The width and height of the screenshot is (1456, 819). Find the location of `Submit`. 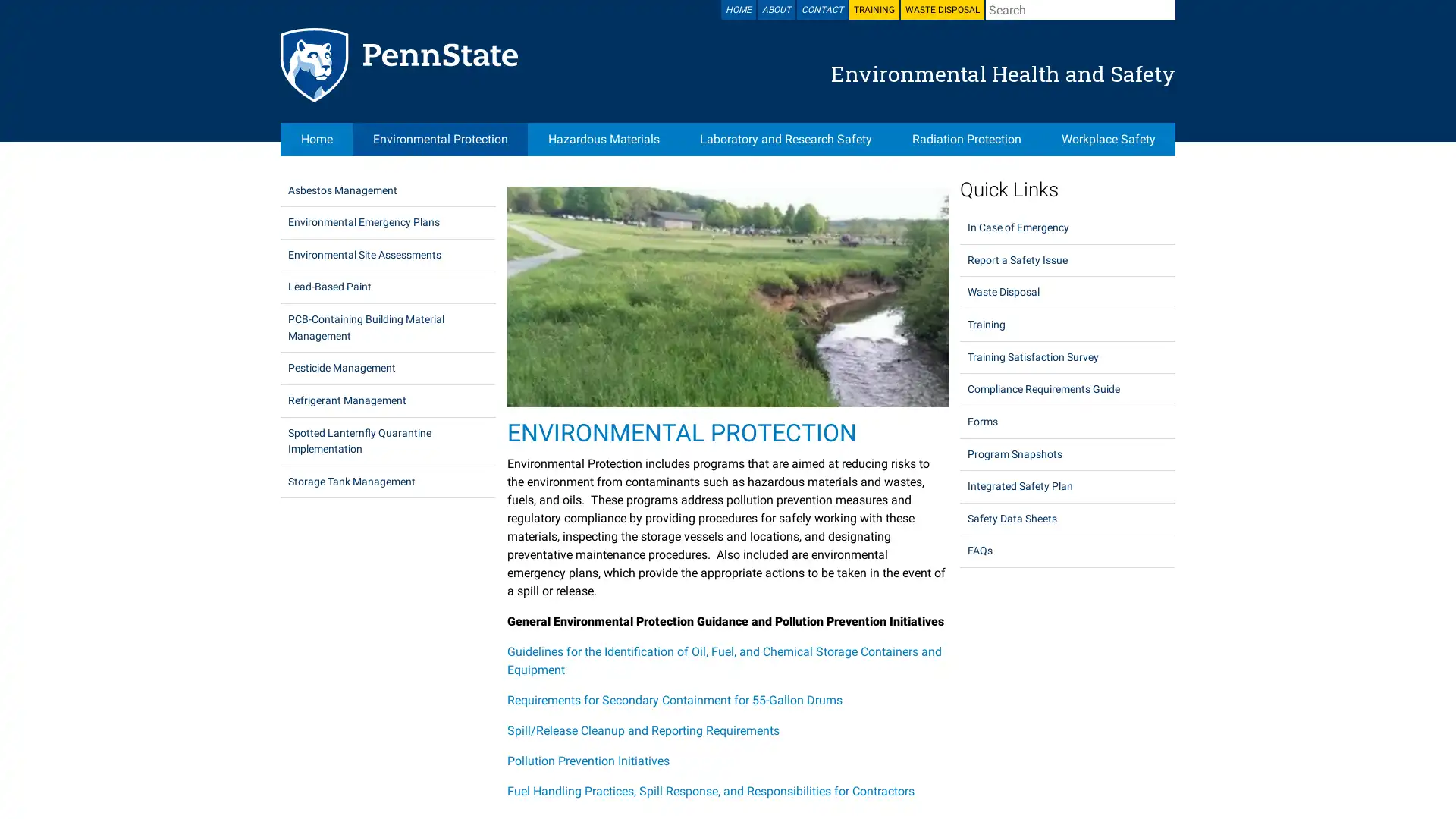

Submit is located at coordinates (1164, 9).